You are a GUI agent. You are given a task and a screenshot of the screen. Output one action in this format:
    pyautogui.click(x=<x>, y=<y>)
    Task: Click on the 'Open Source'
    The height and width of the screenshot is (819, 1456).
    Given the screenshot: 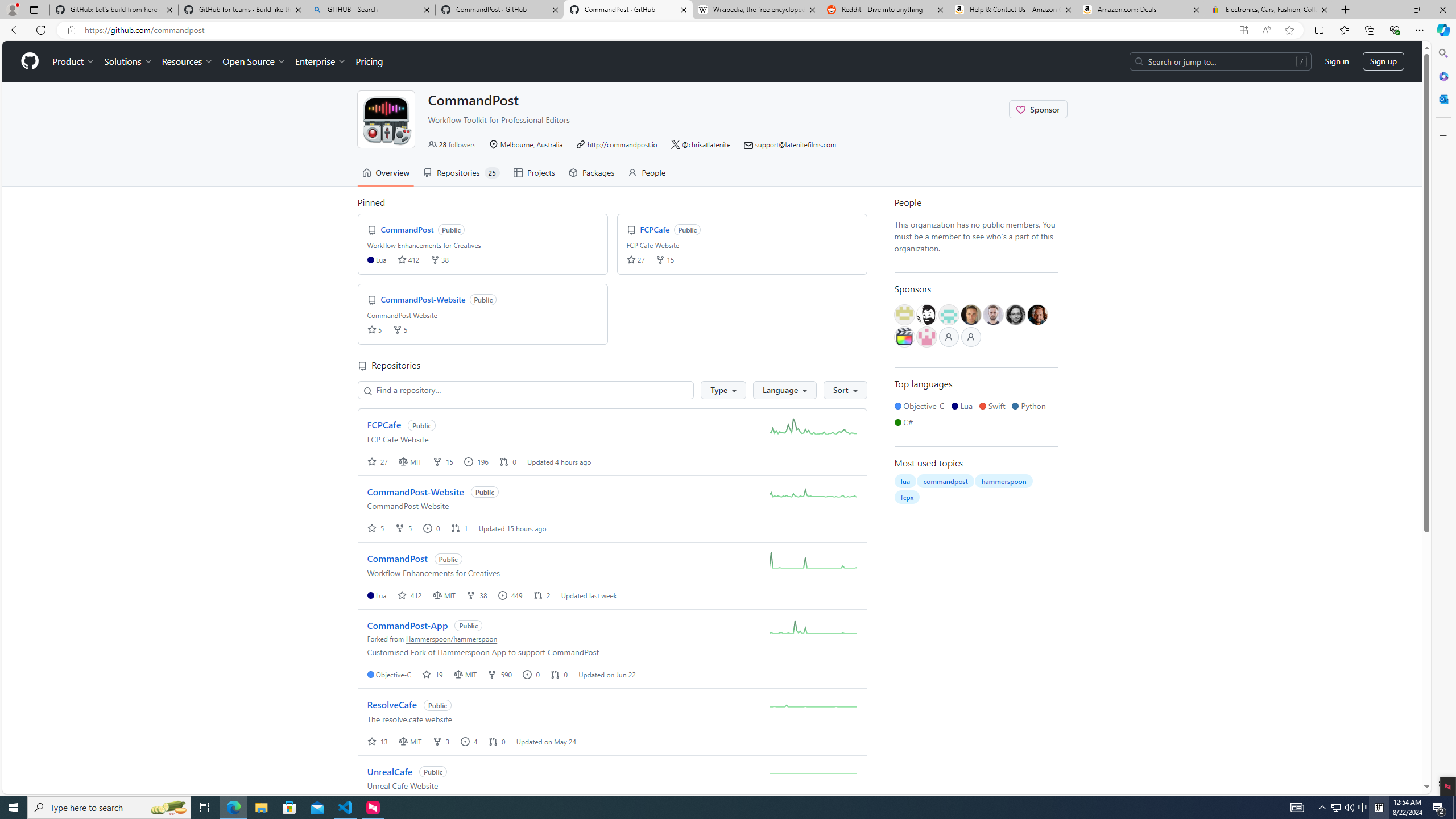 What is the action you would take?
    pyautogui.click(x=255, y=61)
    